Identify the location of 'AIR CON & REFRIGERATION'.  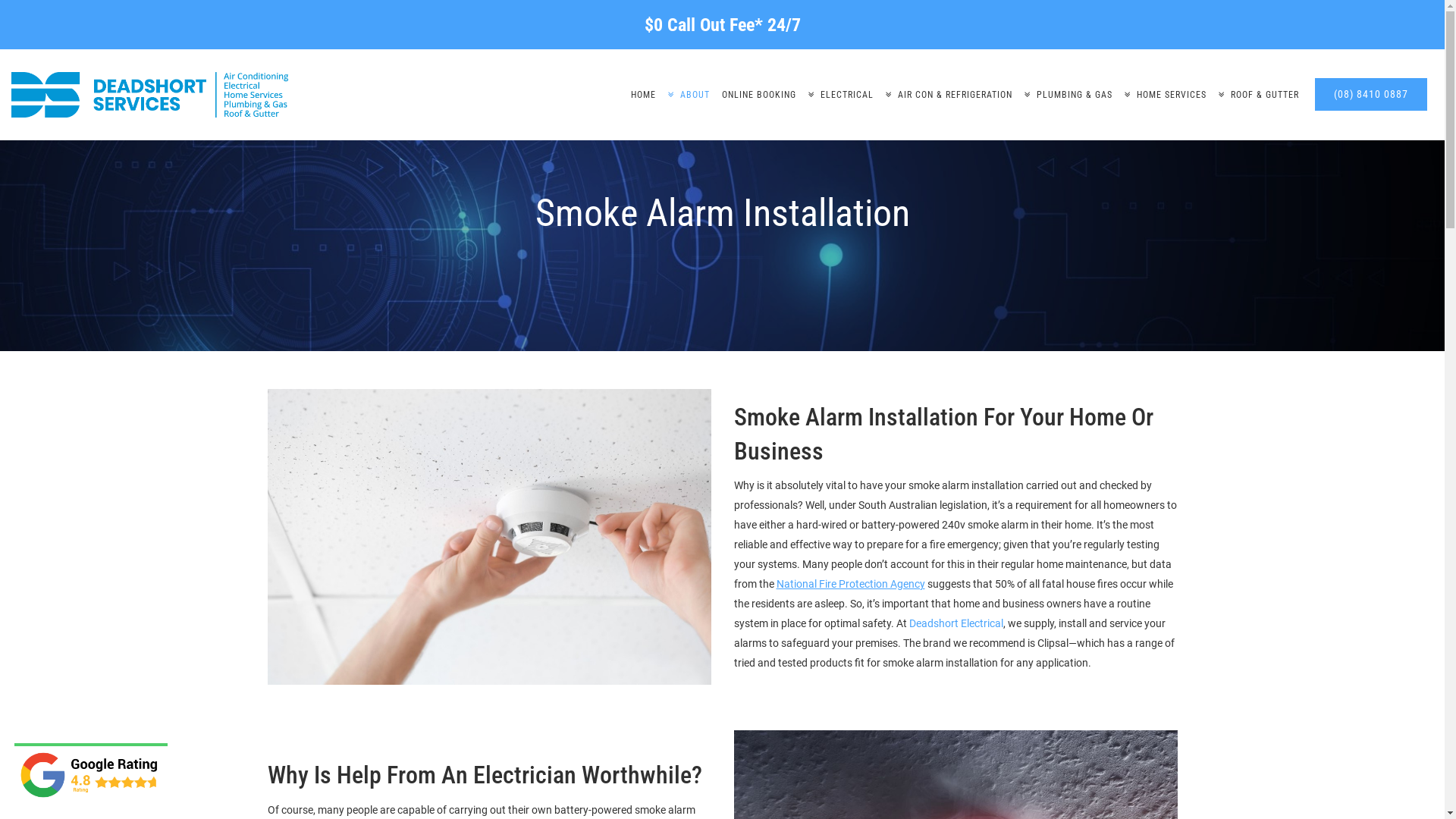
(948, 94).